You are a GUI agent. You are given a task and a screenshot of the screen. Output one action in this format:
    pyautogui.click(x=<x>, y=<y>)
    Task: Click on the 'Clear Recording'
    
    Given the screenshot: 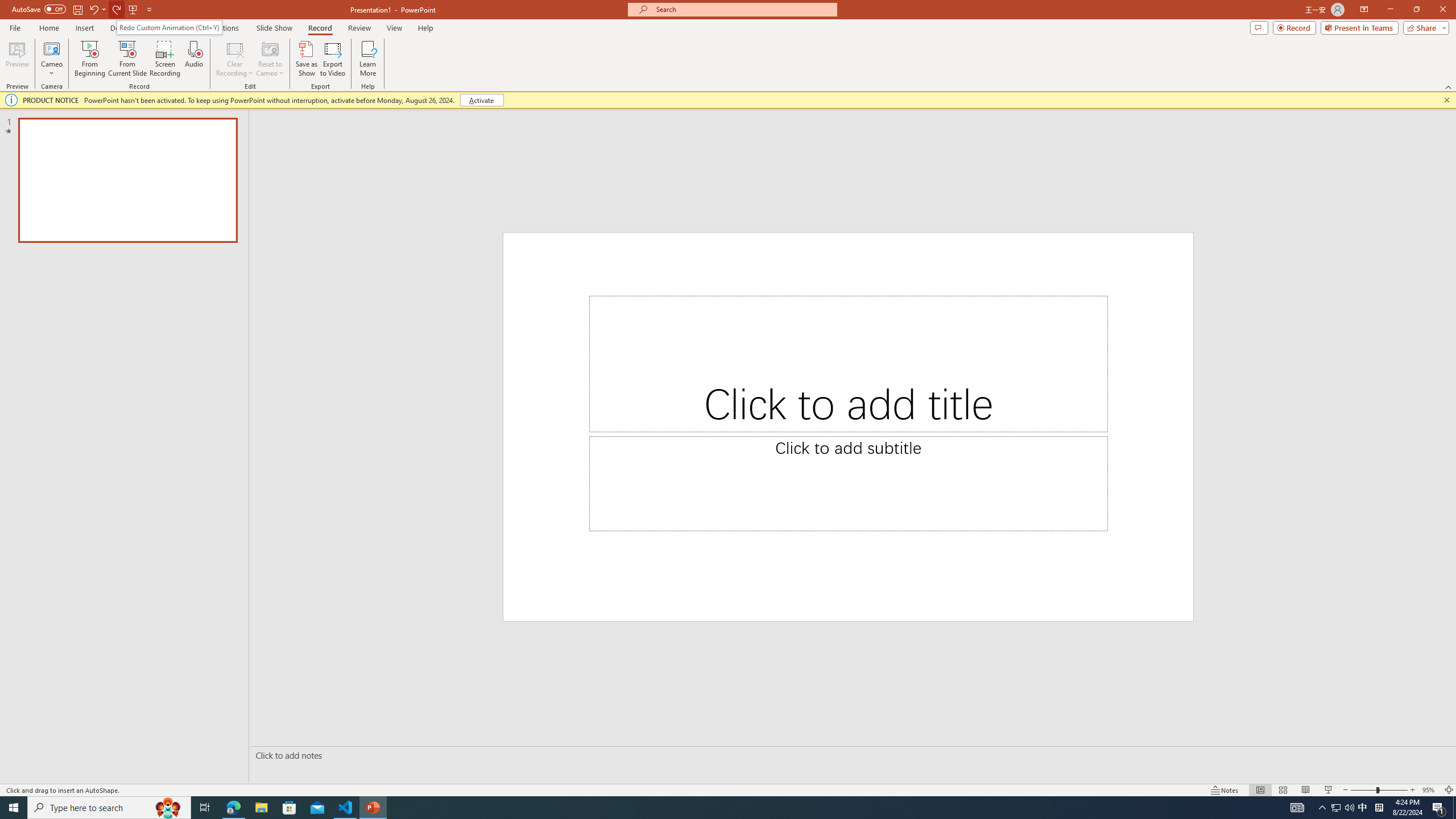 What is the action you would take?
    pyautogui.click(x=234, y=59)
    